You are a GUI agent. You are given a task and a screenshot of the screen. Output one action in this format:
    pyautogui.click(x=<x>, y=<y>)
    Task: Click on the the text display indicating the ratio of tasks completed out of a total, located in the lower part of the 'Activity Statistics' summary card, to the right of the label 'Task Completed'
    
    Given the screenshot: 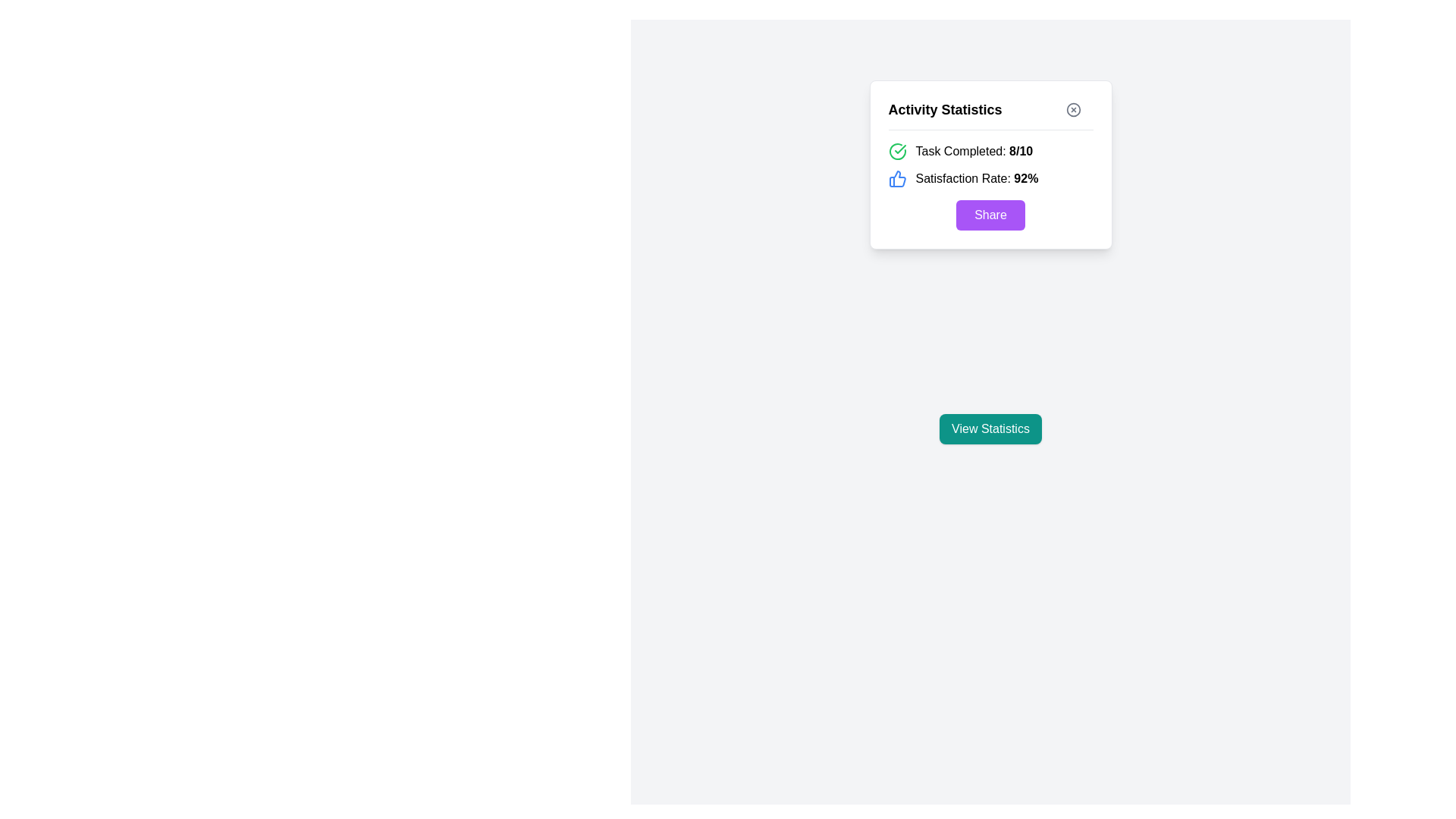 What is the action you would take?
    pyautogui.click(x=1021, y=151)
    